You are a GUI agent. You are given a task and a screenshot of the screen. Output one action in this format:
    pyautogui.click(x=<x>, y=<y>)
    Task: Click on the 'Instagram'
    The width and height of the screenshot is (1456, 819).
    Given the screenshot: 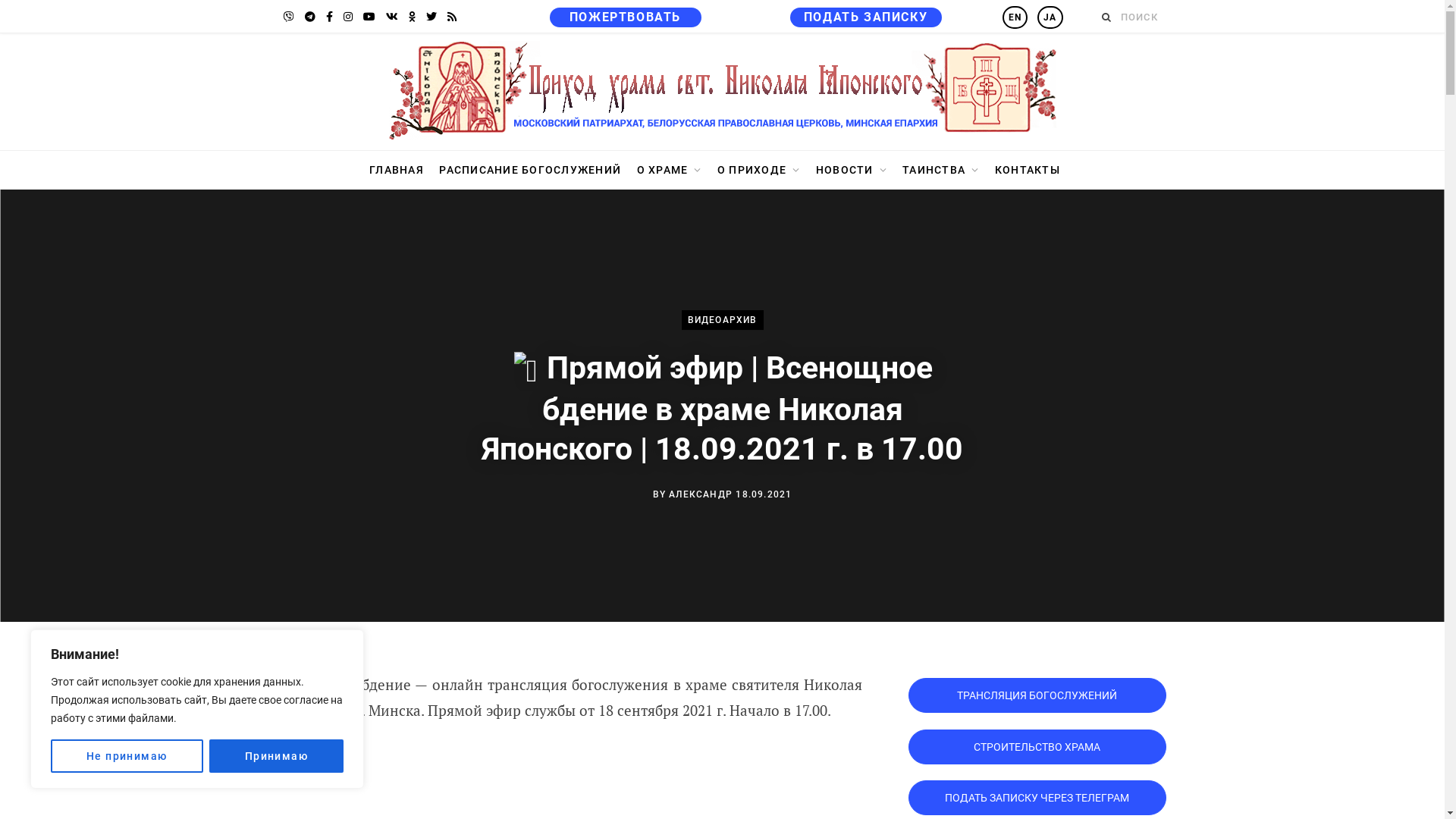 What is the action you would take?
    pyautogui.click(x=337, y=17)
    